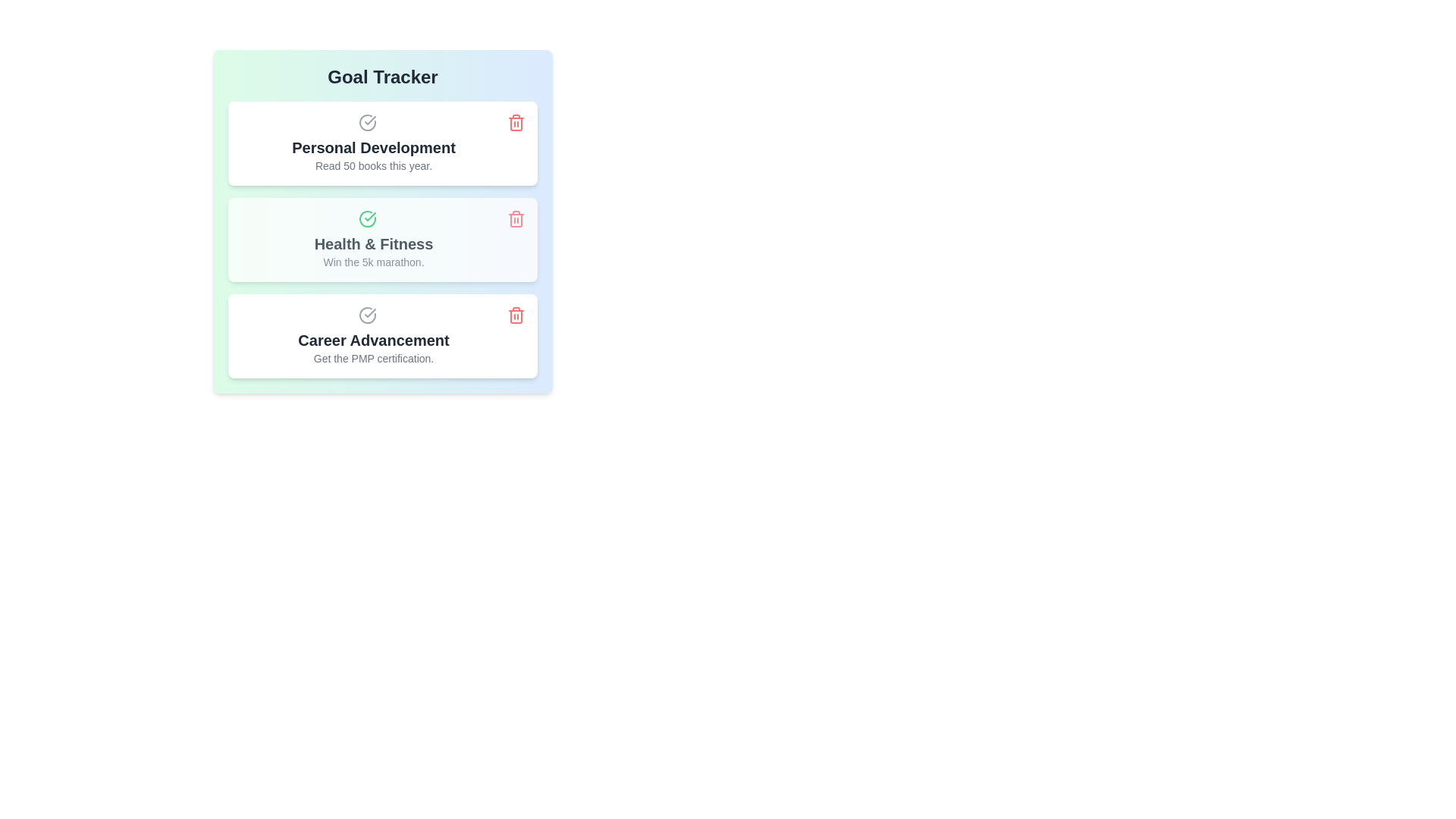 The height and width of the screenshot is (819, 1456). What do you see at coordinates (516, 122) in the screenshot?
I see `the delete button for the goal titled 'Personal Development'` at bounding box center [516, 122].